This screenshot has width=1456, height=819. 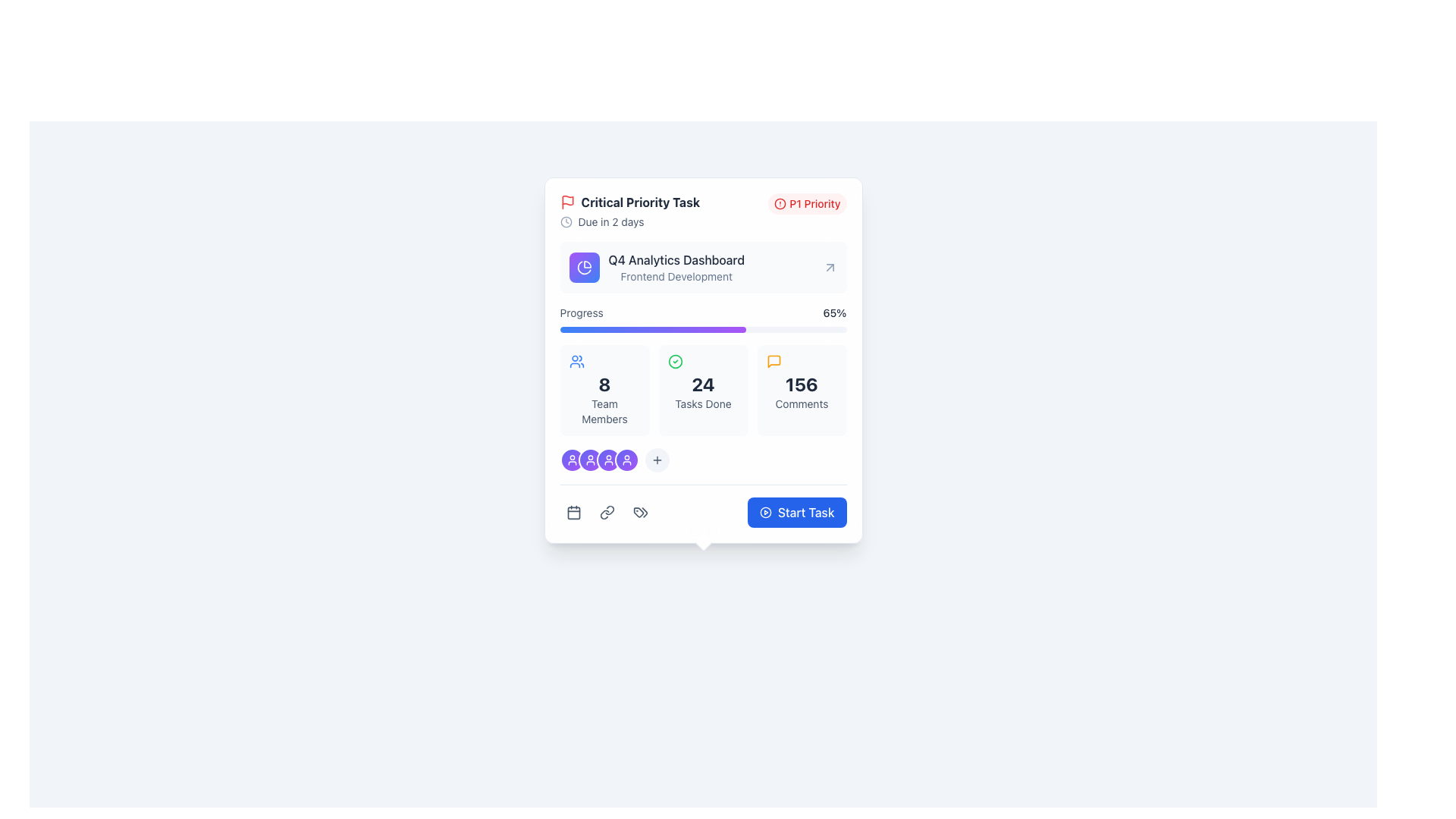 I want to click on the circular user icon with a gradient background transitioning from indigo to purple, featuring a white outline of a user figure, located as the second icon from the left in a horizontal group of similar icons near the bottom-middle section of the card interface, so click(x=589, y=459).